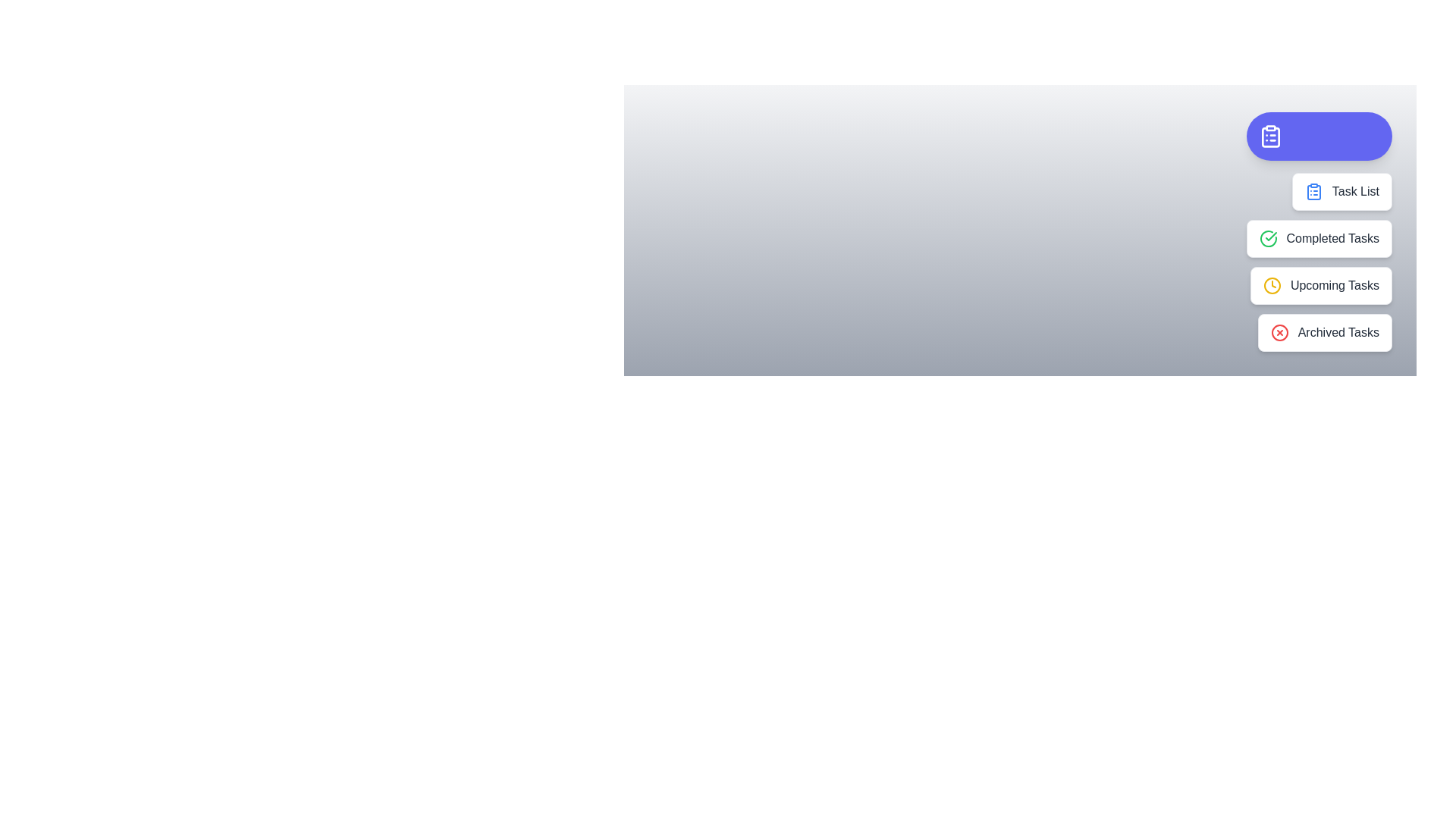 This screenshot has width=1456, height=819. What do you see at coordinates (1341, 191) in the screenshot?
I see `the 'Task List' option to select it` at bounding box center [1341, 191].